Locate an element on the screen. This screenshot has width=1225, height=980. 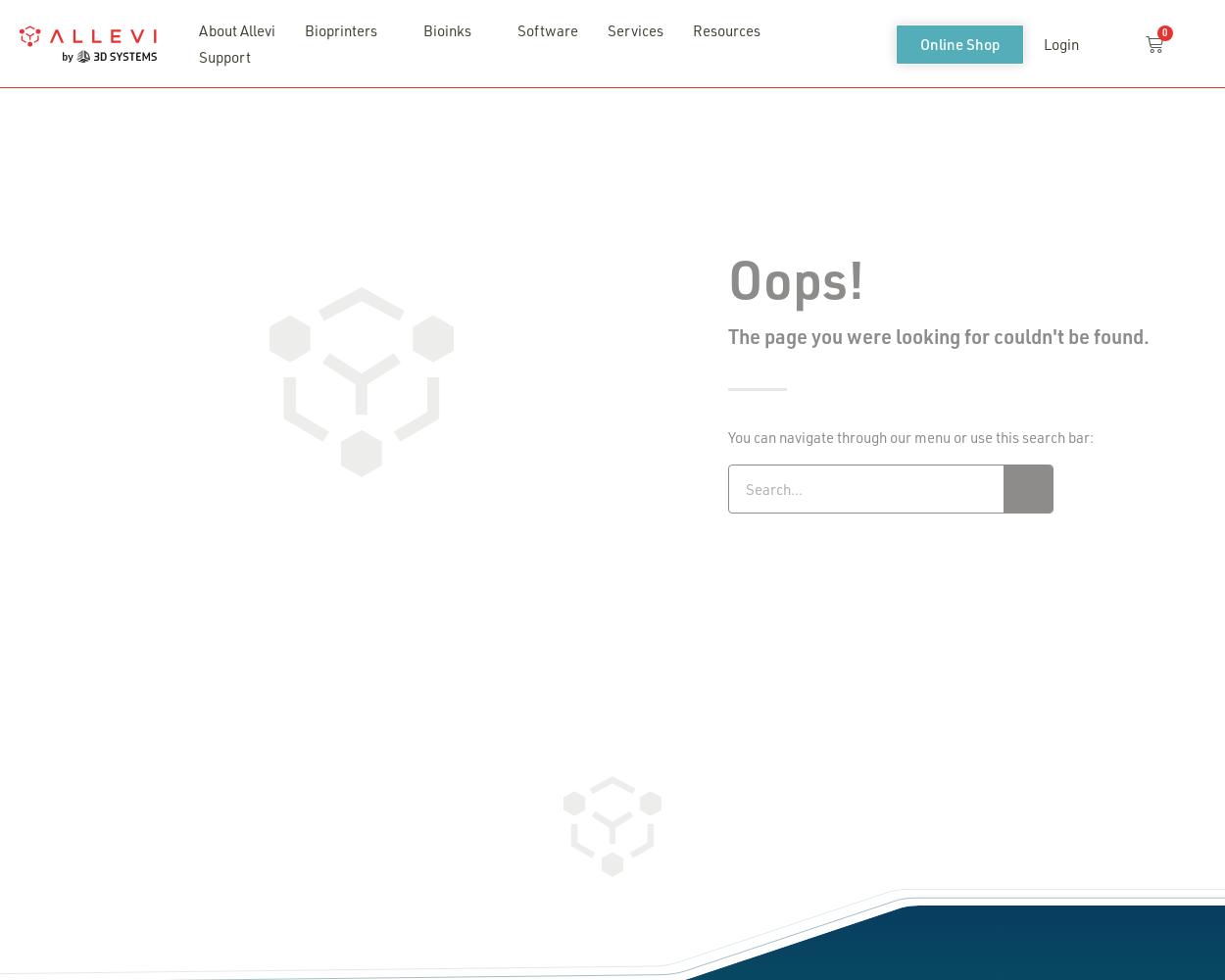
'Oops!' is located at coordinates (796, 276).